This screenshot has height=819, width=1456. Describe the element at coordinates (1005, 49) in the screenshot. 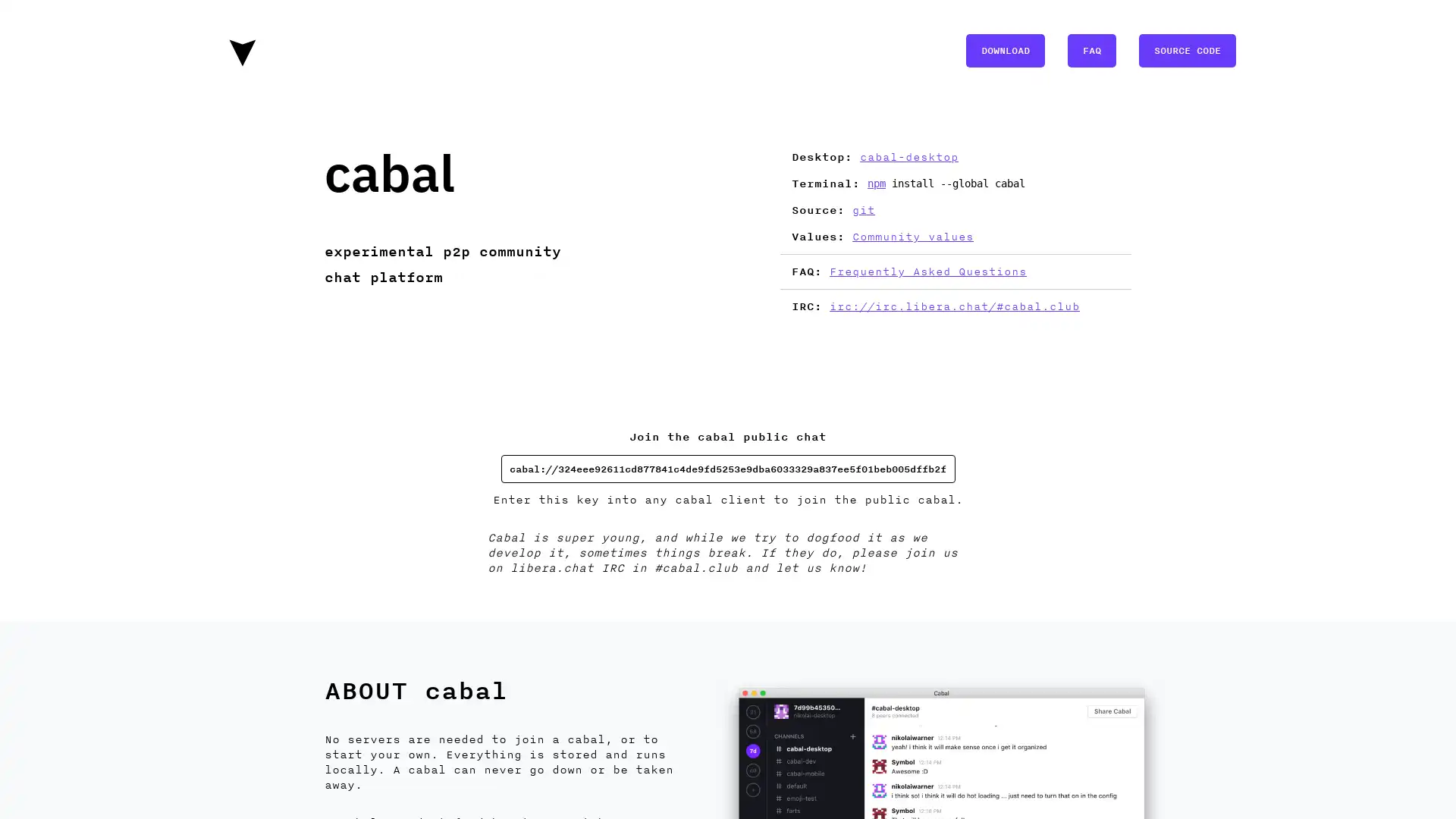

I see `DOWNLOAD` at that location.